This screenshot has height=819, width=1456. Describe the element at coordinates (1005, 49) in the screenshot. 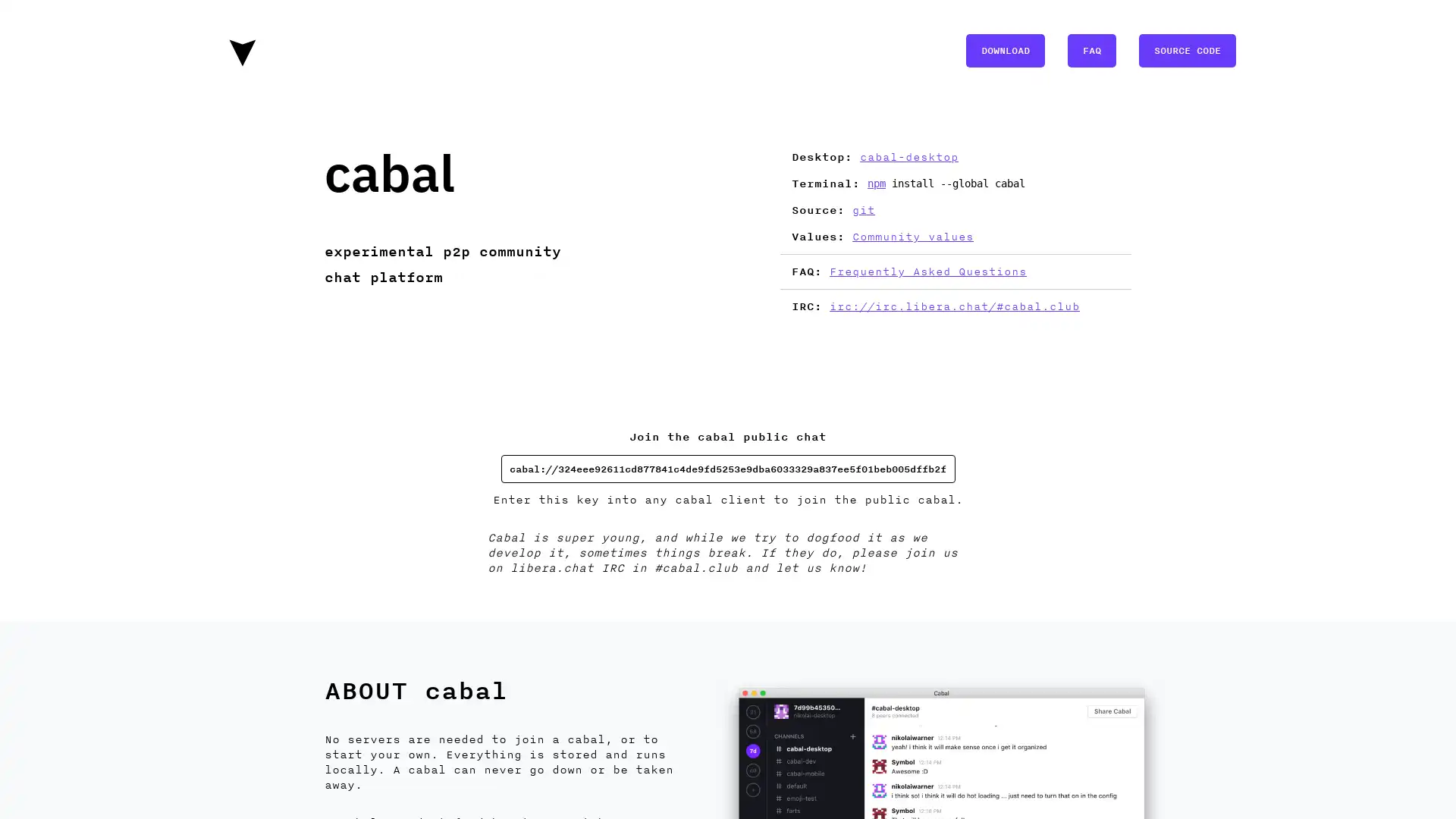

I see `DOWNLOAD` at that location.